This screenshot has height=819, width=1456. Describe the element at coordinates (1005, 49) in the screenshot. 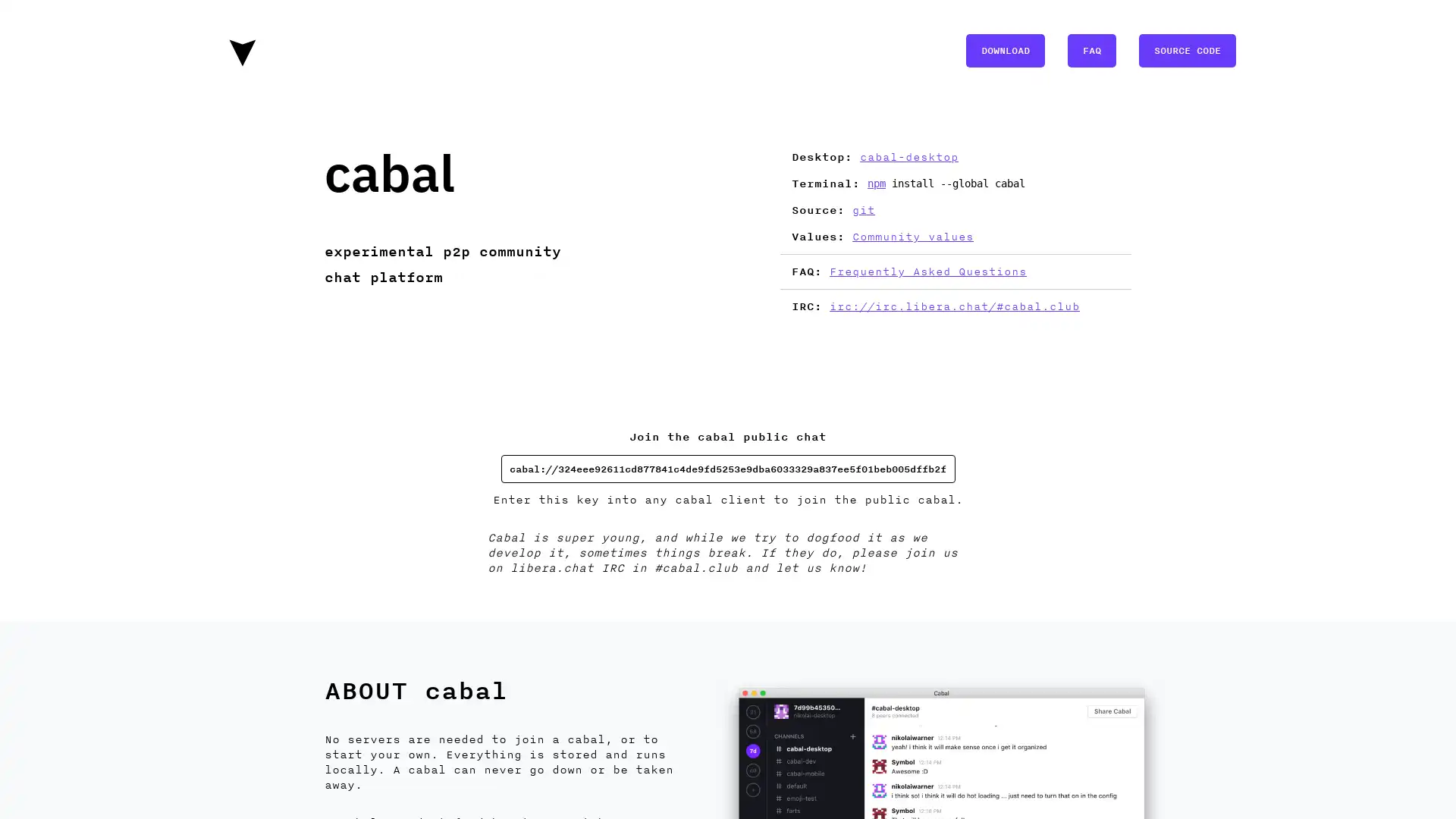

I see `DOWNLOAD` at that location.